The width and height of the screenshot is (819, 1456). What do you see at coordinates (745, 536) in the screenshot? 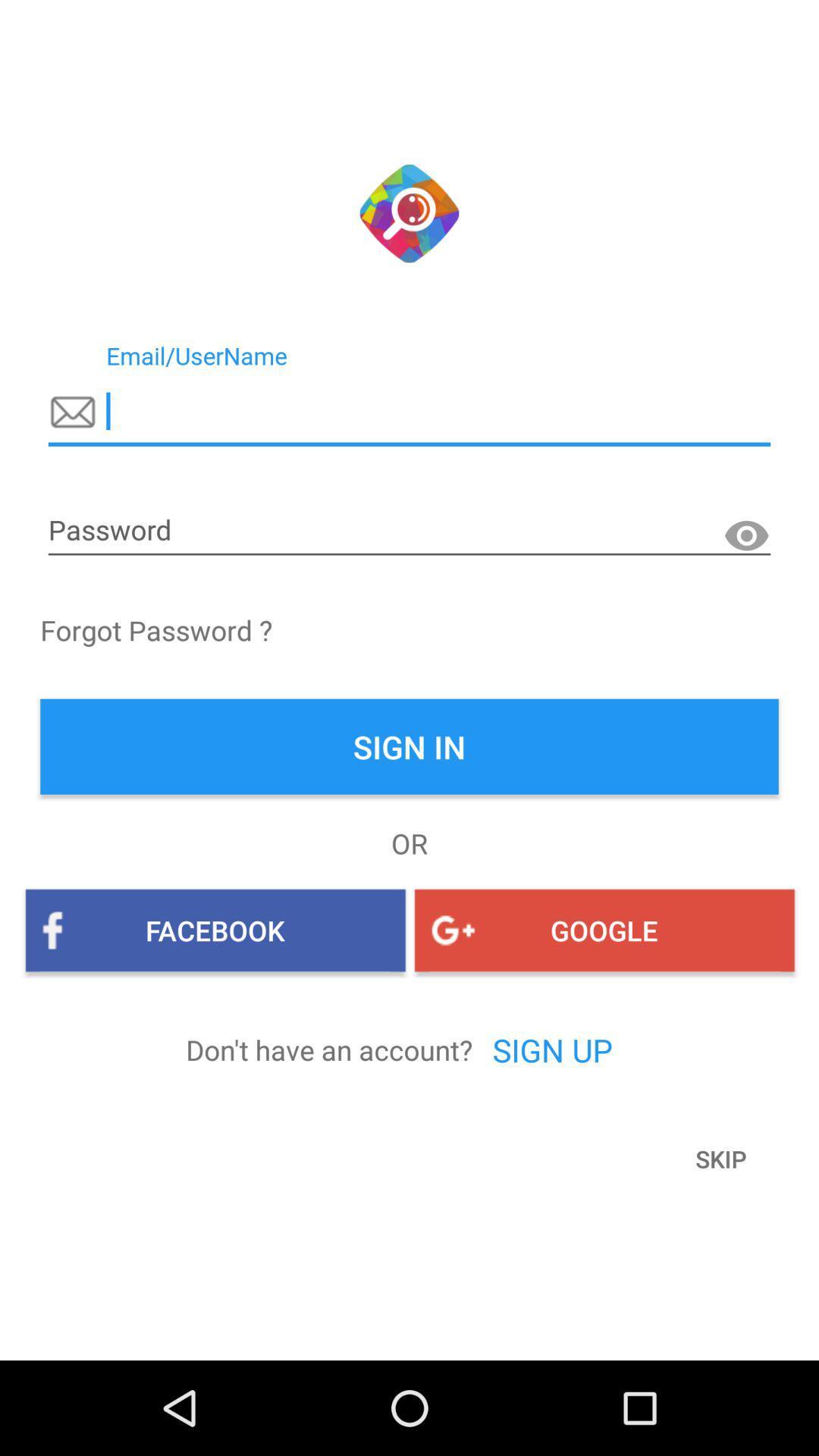
I see `the visibility icon` at bounding box center [745, 536].